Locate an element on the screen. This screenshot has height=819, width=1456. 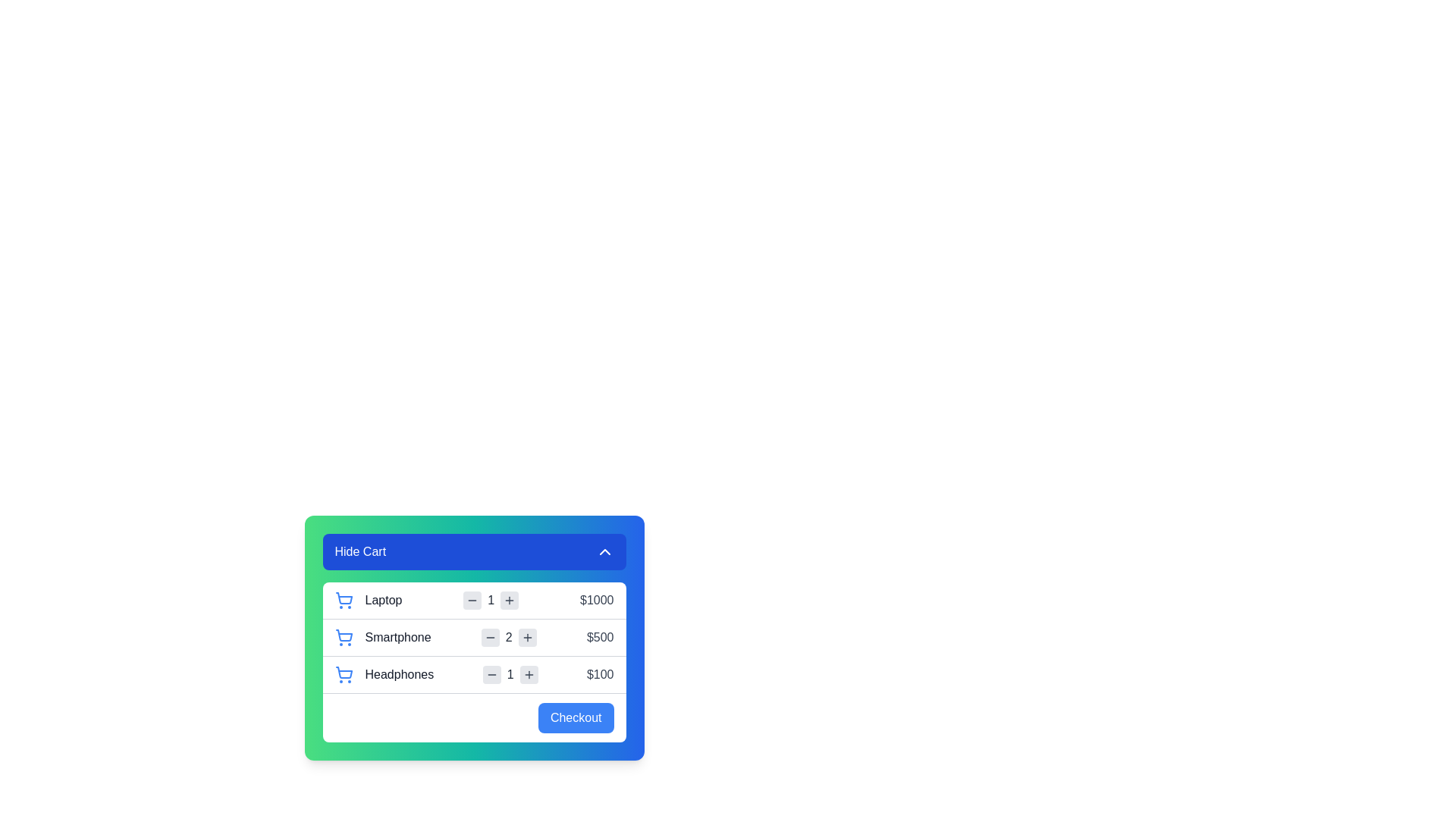
the Text Label displaying the current quantity of the 'Smartphone' item in the cart, located between the decrement and increment buttons is located at coordinates (509, 637).